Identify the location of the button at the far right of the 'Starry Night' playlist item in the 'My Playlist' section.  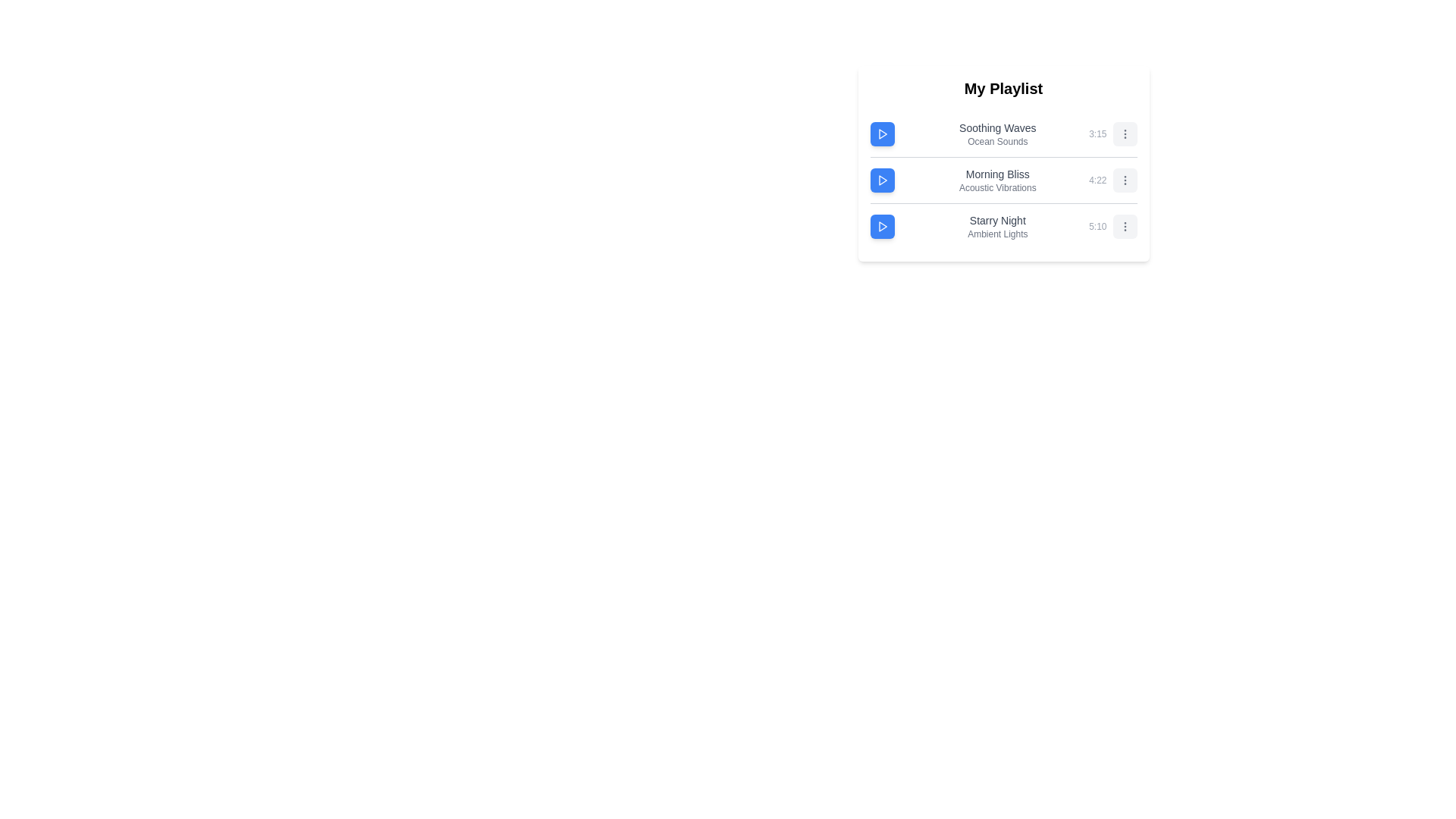
(1125, 227).